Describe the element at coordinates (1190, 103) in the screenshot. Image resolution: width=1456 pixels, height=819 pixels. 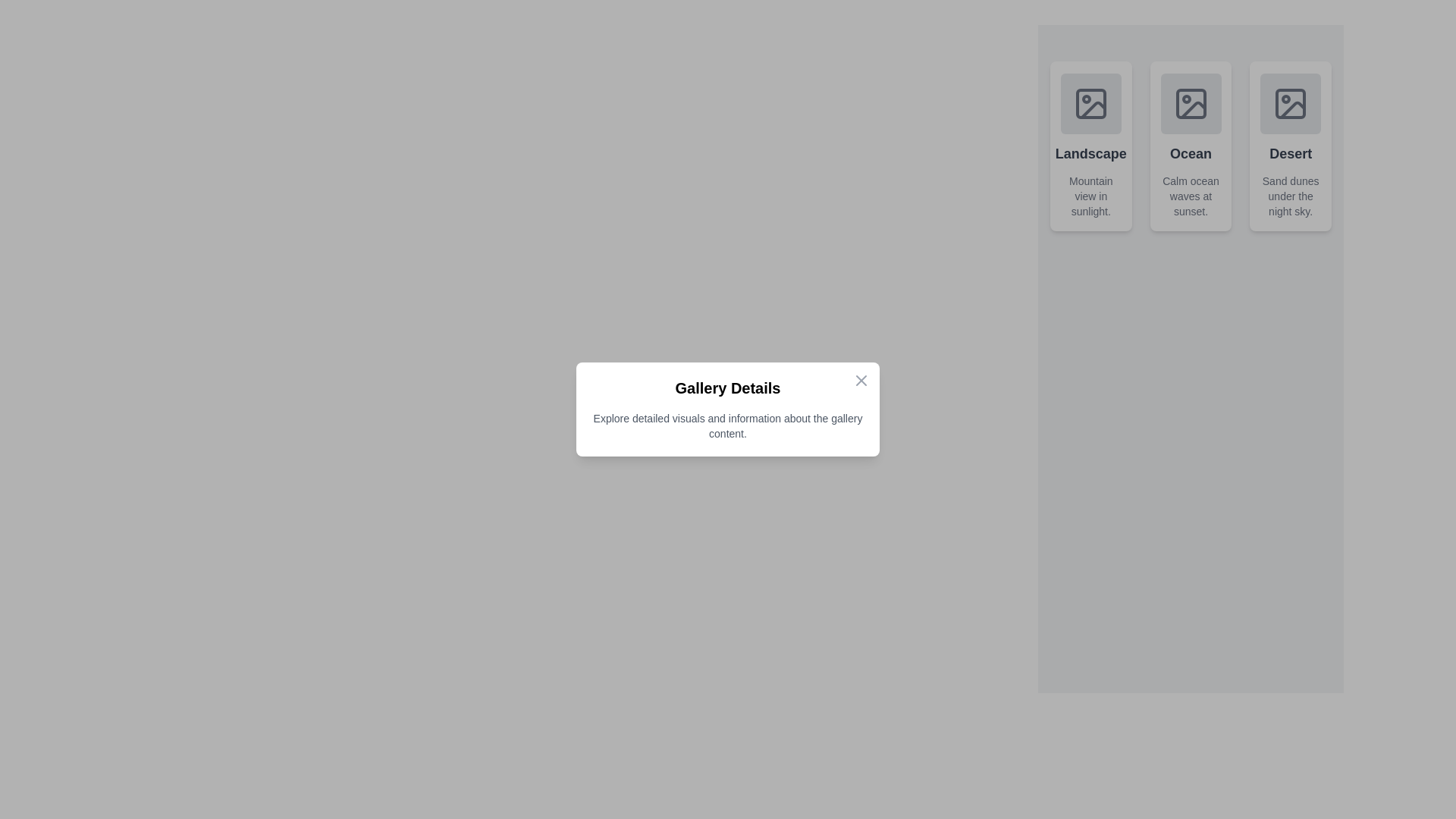
I see `the rectangular subcomponent of the image icon located within the 'Ocean' card, which is part of the three-card layout` at that location.